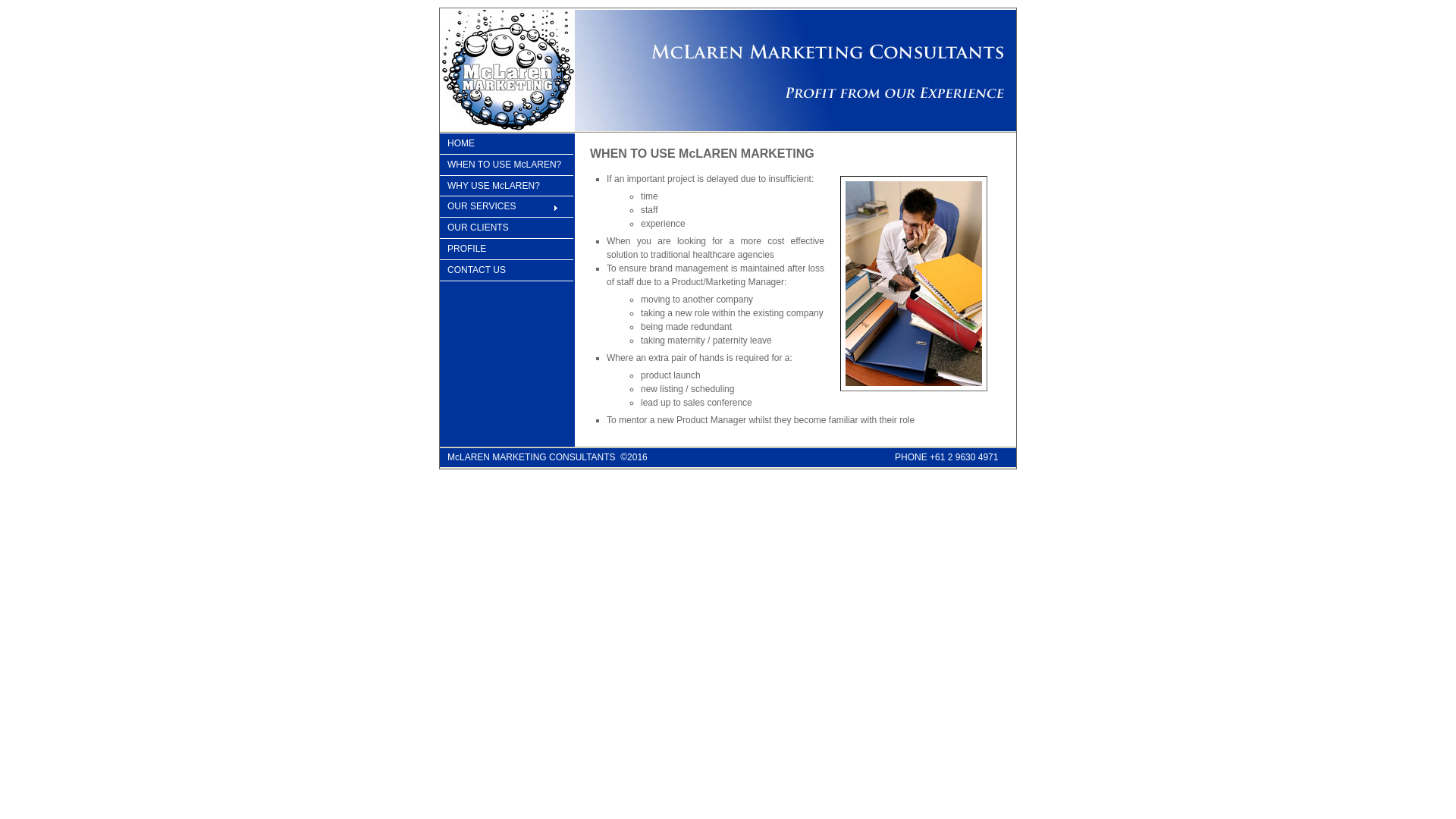 The image size is (1456, 819). Describe the element at coordinates (506, 165) in the screenshot. I see `'WHEN TO USE McLAREN?'` at that location.